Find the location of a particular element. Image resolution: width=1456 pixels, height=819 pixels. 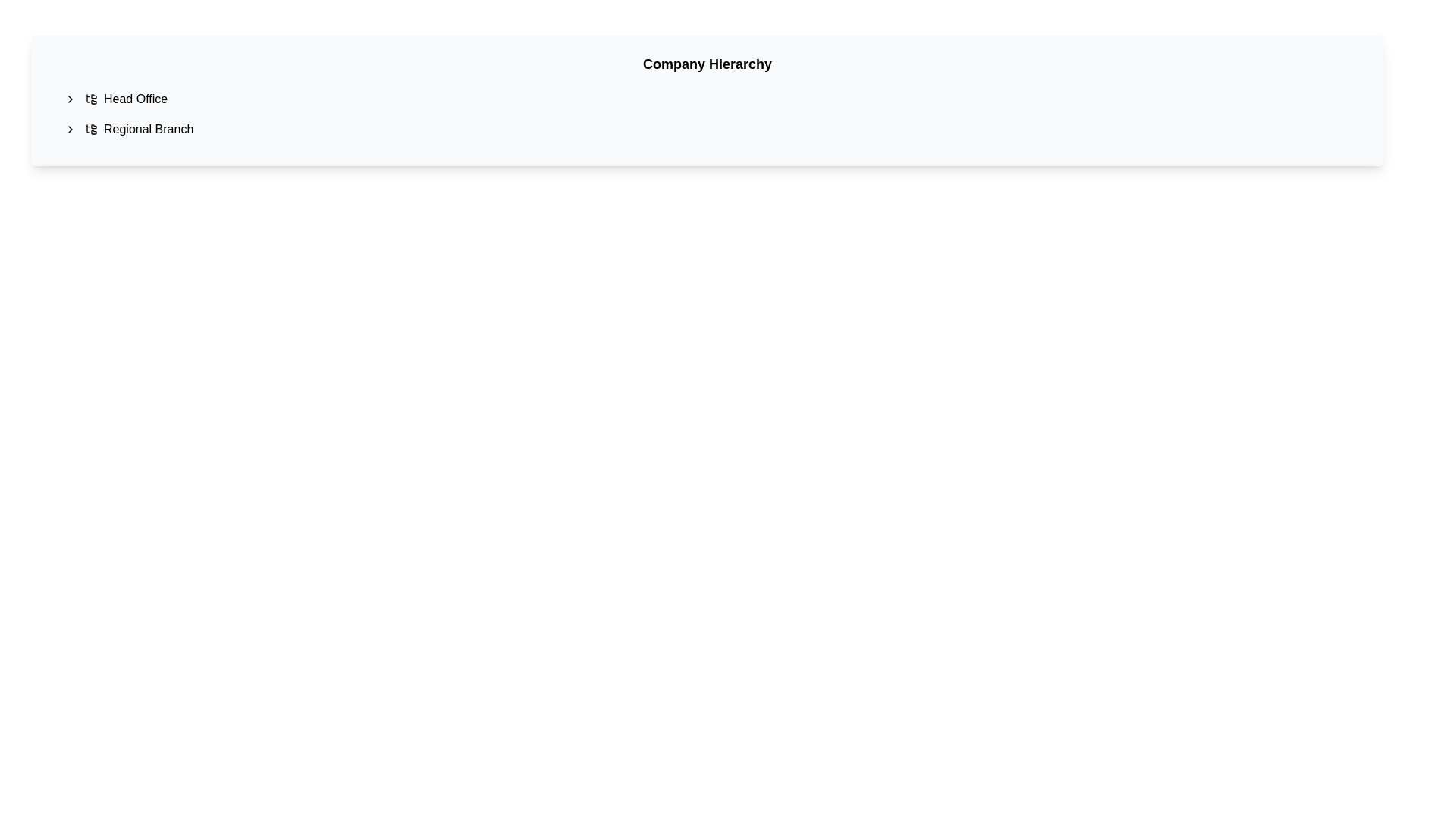

the hierarchical folder icon located next to the 'Regional Branch' text label to interact with the hierarchy is located at coordinates (90, 128).